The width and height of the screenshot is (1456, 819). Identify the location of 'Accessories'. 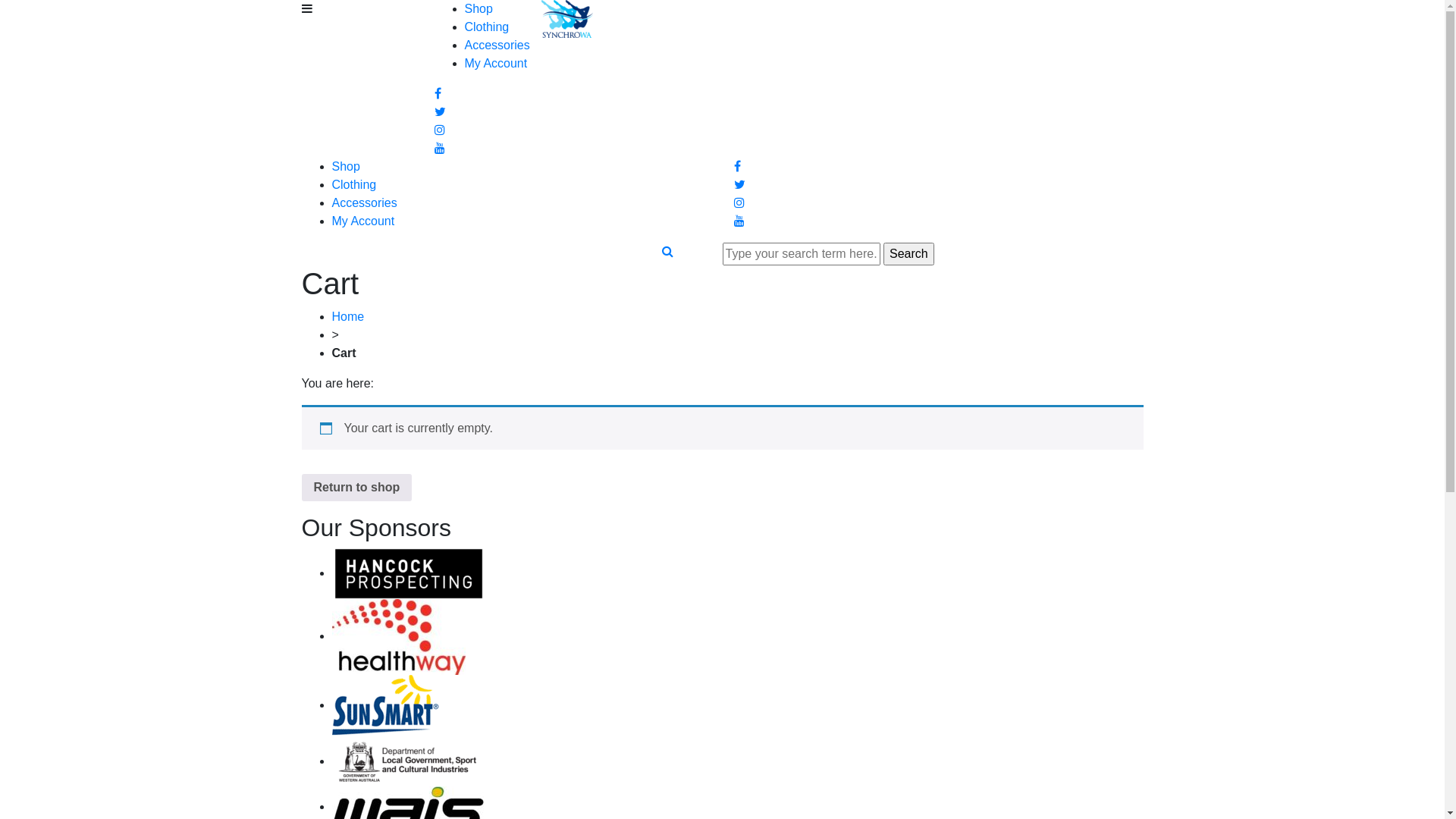
(364, 202).